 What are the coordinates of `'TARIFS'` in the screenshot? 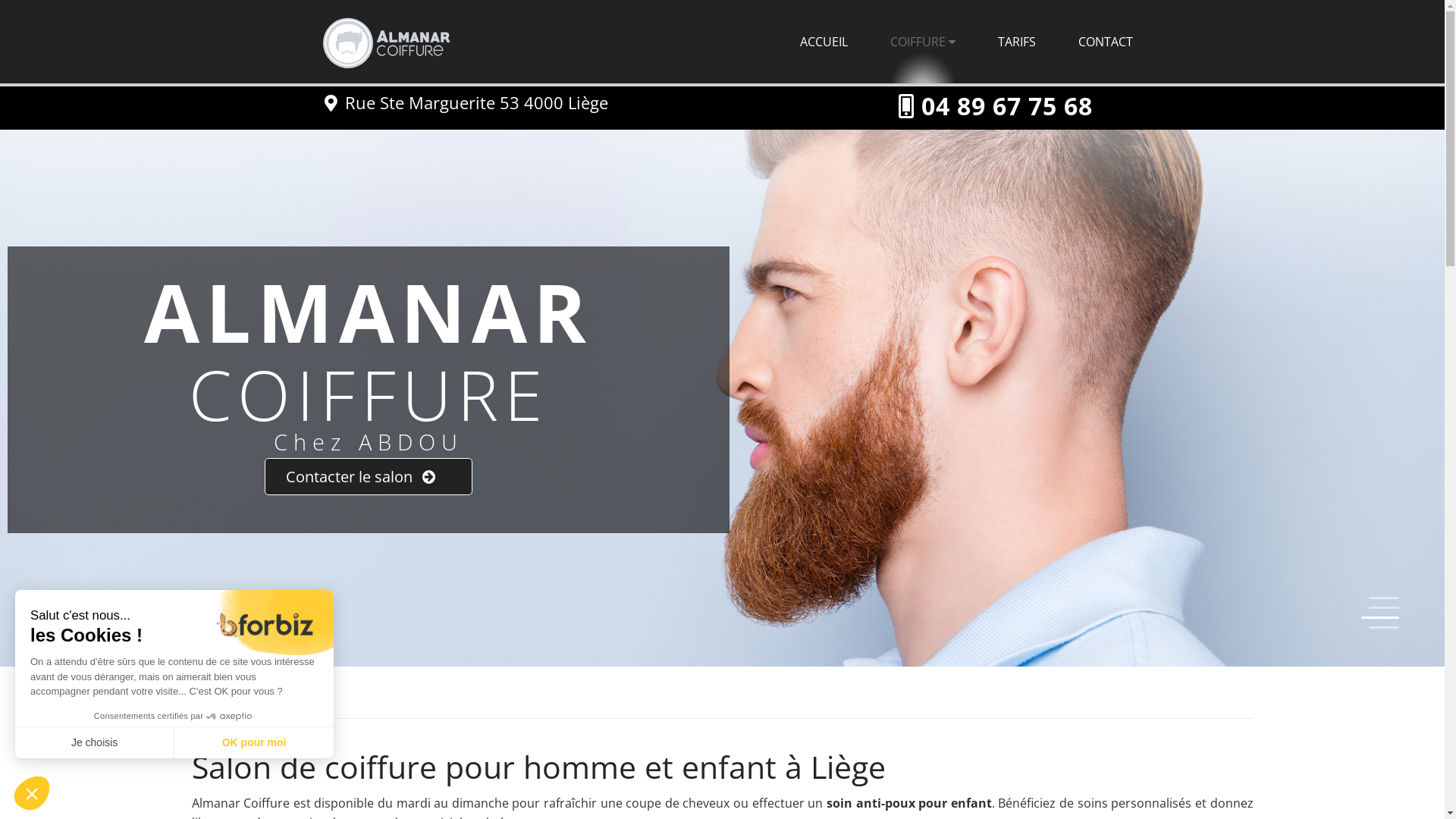 It's located at (1016, 40).